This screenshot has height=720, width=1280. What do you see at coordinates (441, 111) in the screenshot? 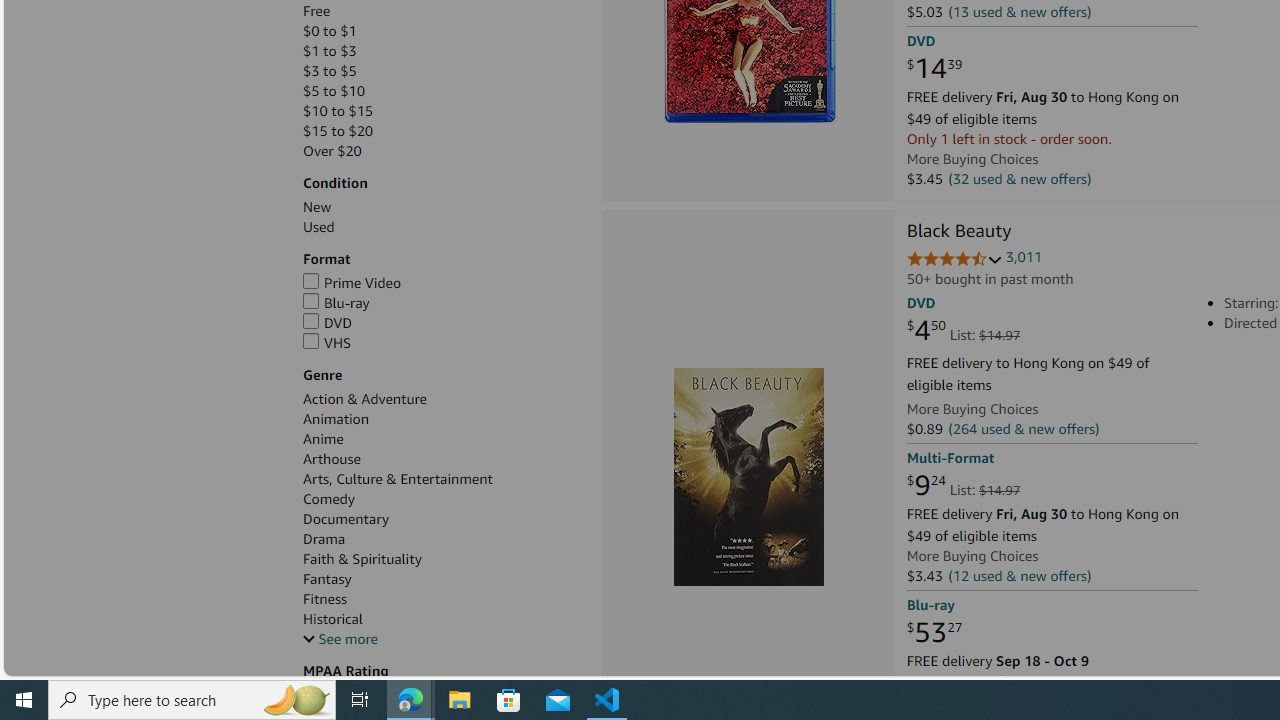
I see `'$10 to $15'` at bounding box center [441, 111].